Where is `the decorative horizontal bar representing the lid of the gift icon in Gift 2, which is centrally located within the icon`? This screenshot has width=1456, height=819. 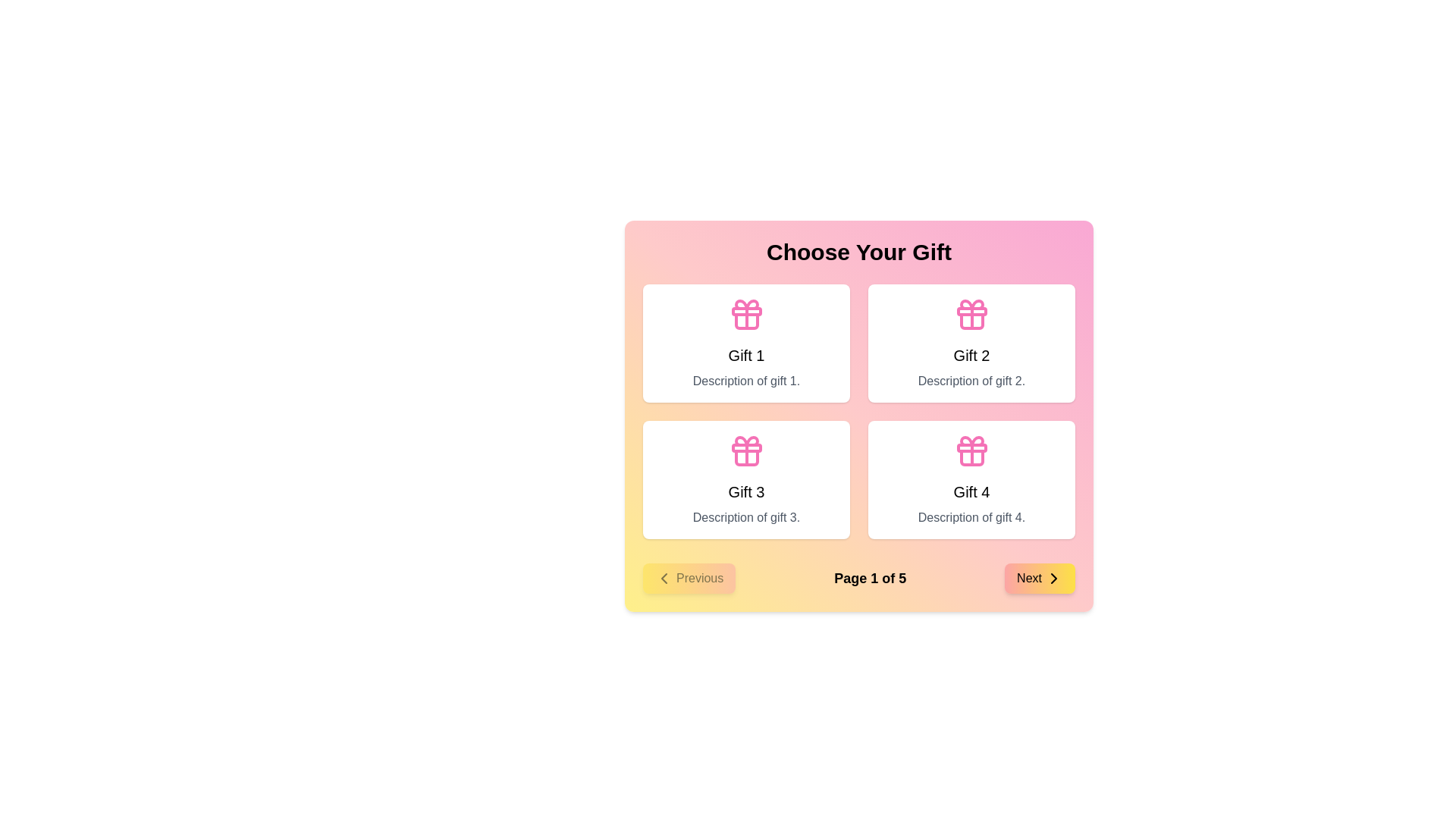
the decorative horizontal bar representing the lid of the gift icon in Gift 2, which is centrally located within the icon is located at coordinates (971, 311).